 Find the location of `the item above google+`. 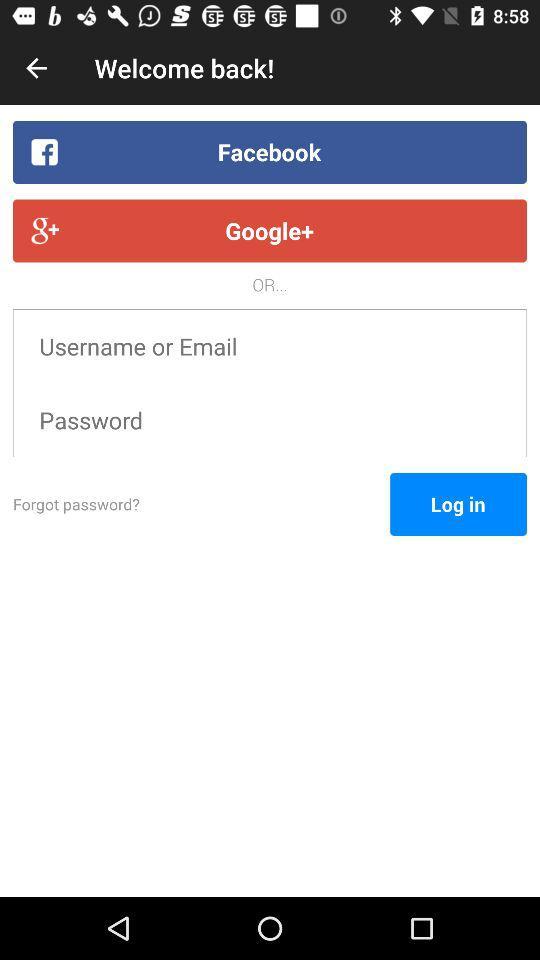

the item above google+ is located at coordinates (270, 151).